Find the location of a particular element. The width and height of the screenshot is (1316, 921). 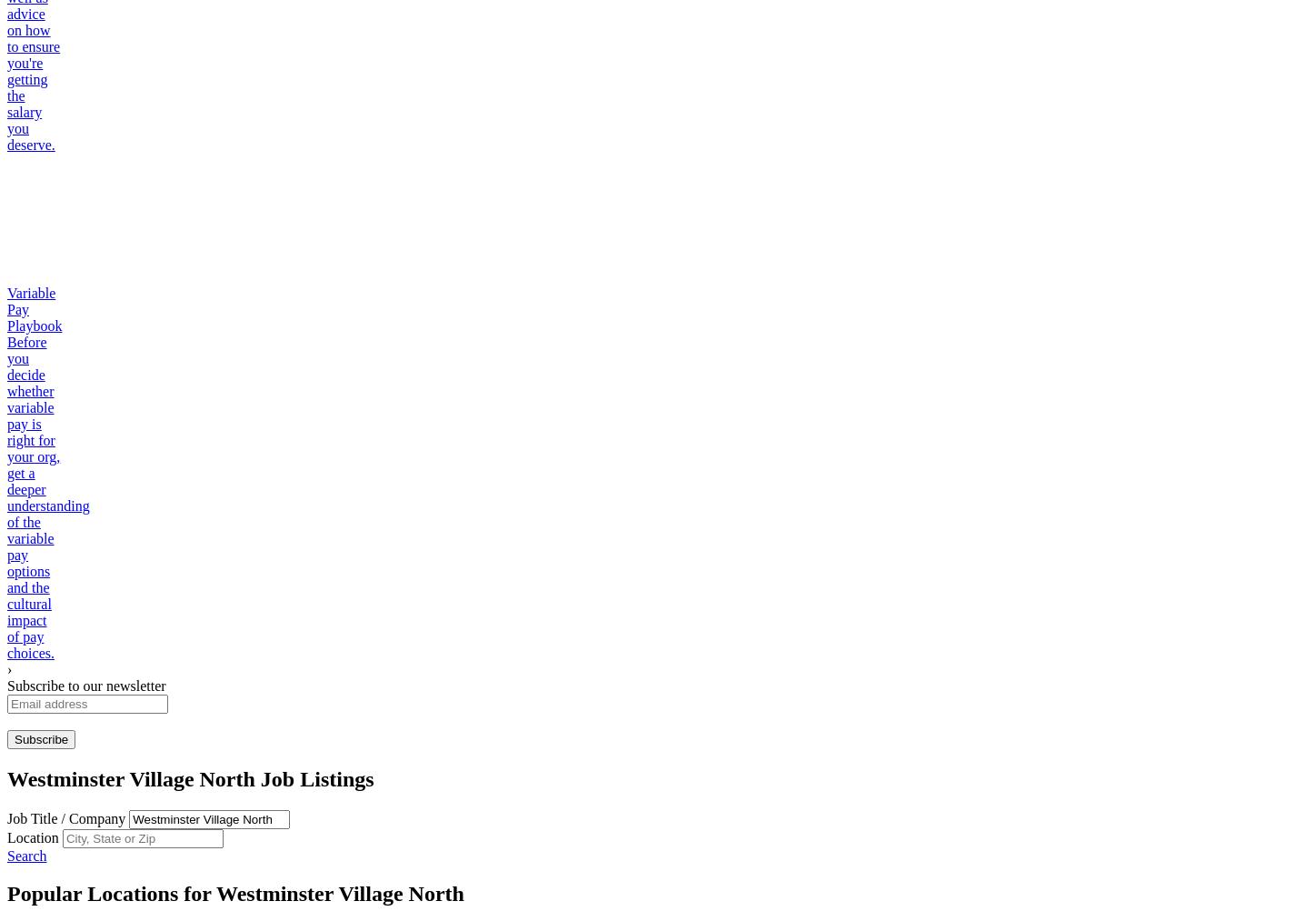

'Enter a valid email address' is located at coordinates (6, 720).